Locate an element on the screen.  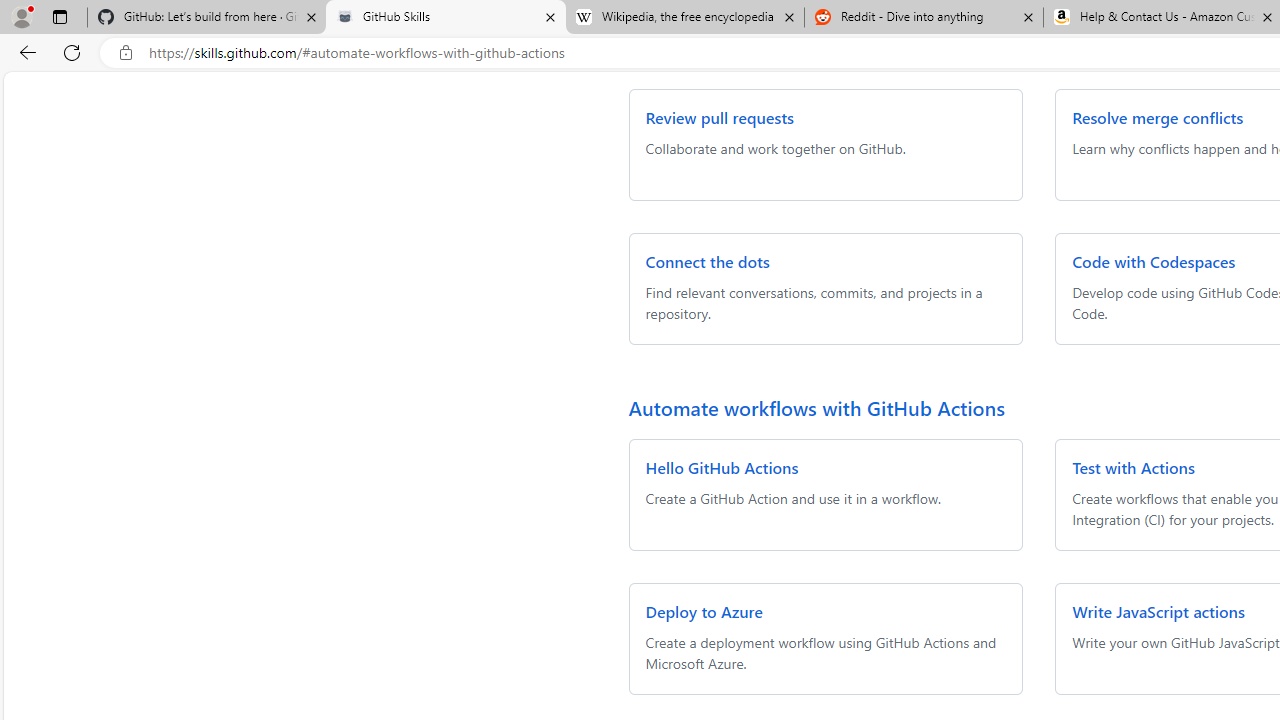
'GitHub Skills' is located at coordinates (444, 17).